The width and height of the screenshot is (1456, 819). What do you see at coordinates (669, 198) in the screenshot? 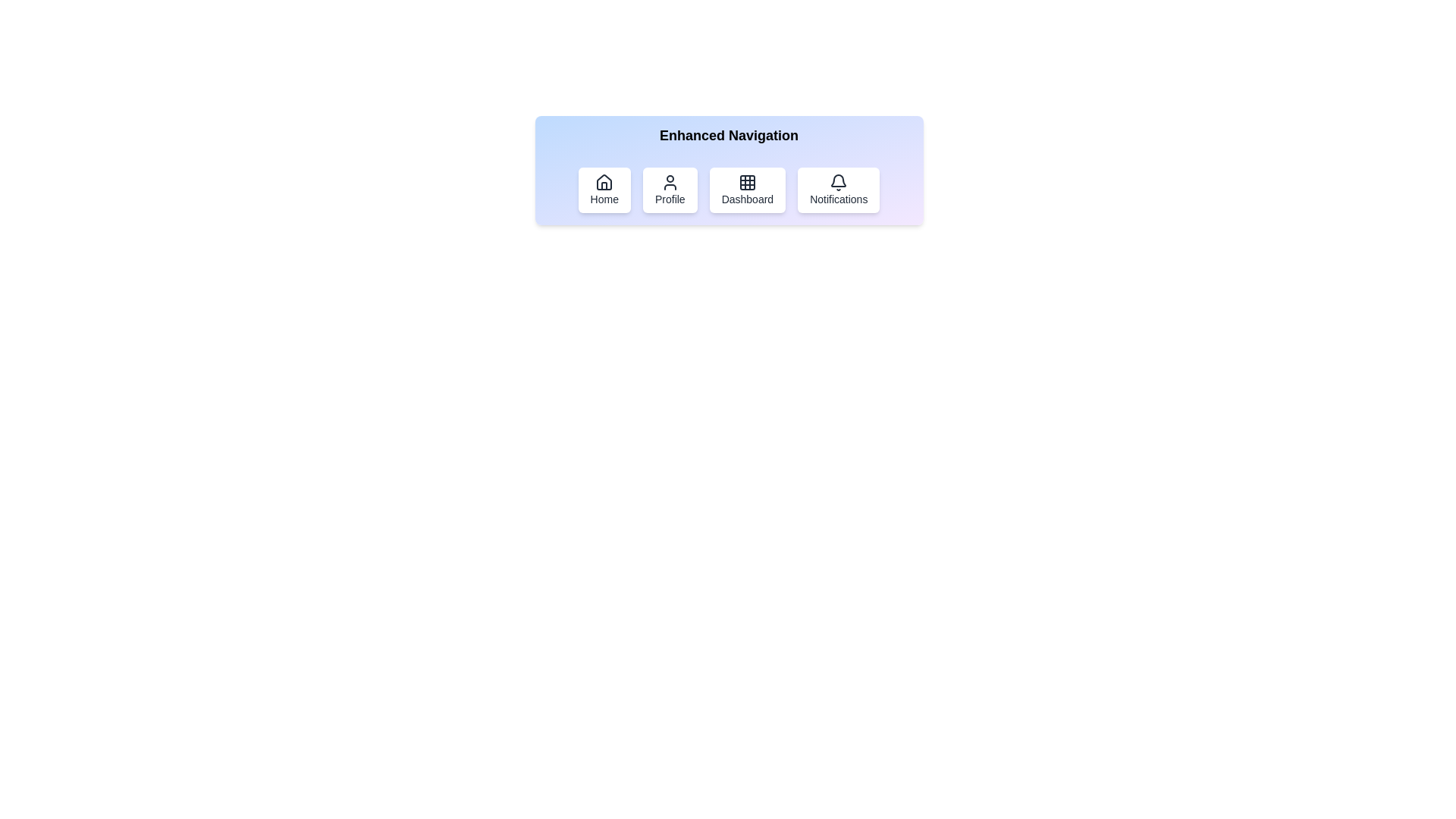
I see `the 'Profile' button located in the horizontal navigation bar` at bounding box center [669, 198].